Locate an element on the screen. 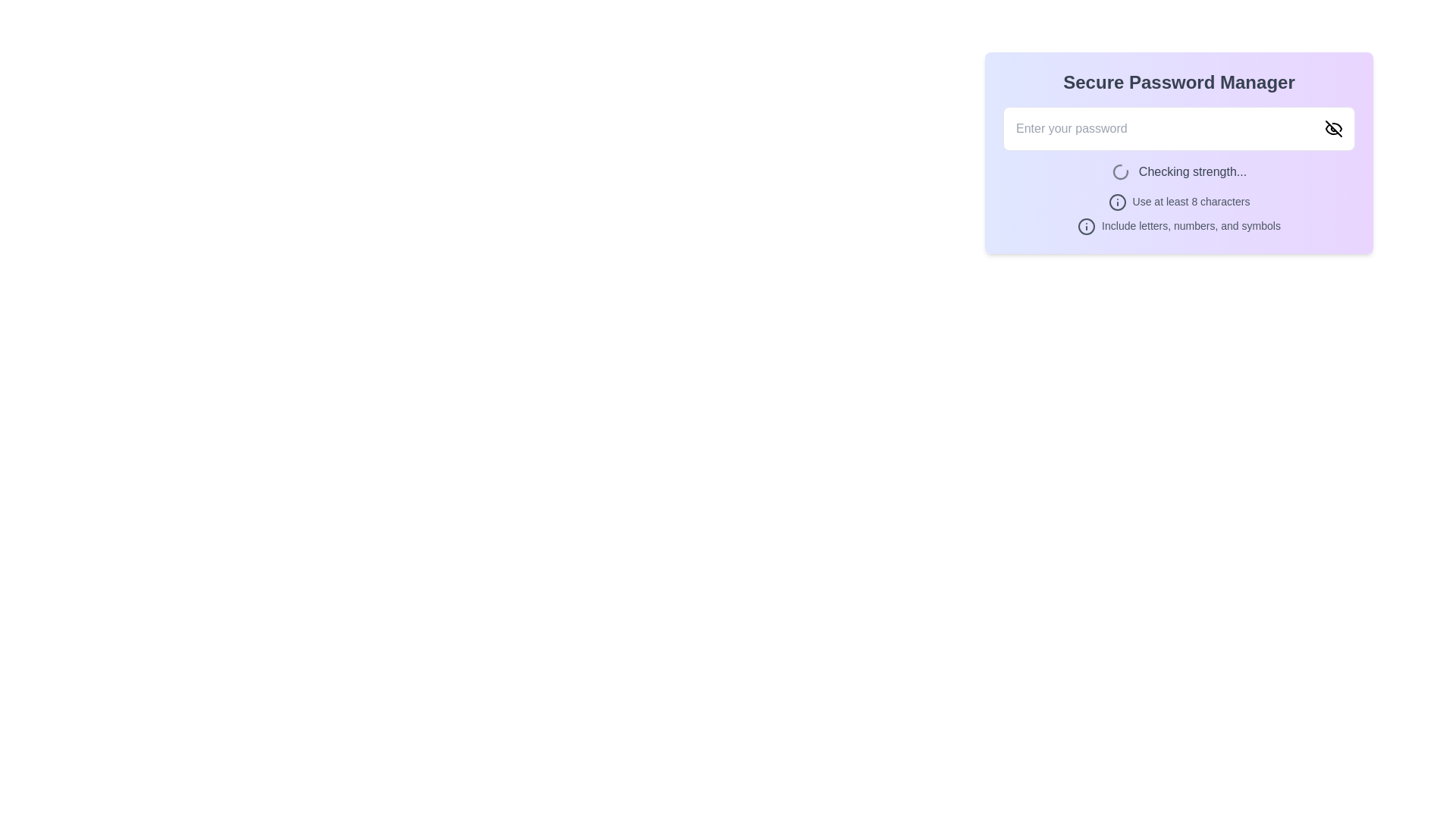 This screenshot has width=1456, height=819. the spinning loader SVG graphic that indicates an ongoing password strength checking process, located next to the text 'Checking strength...' is located at coordinates (1120, 171).